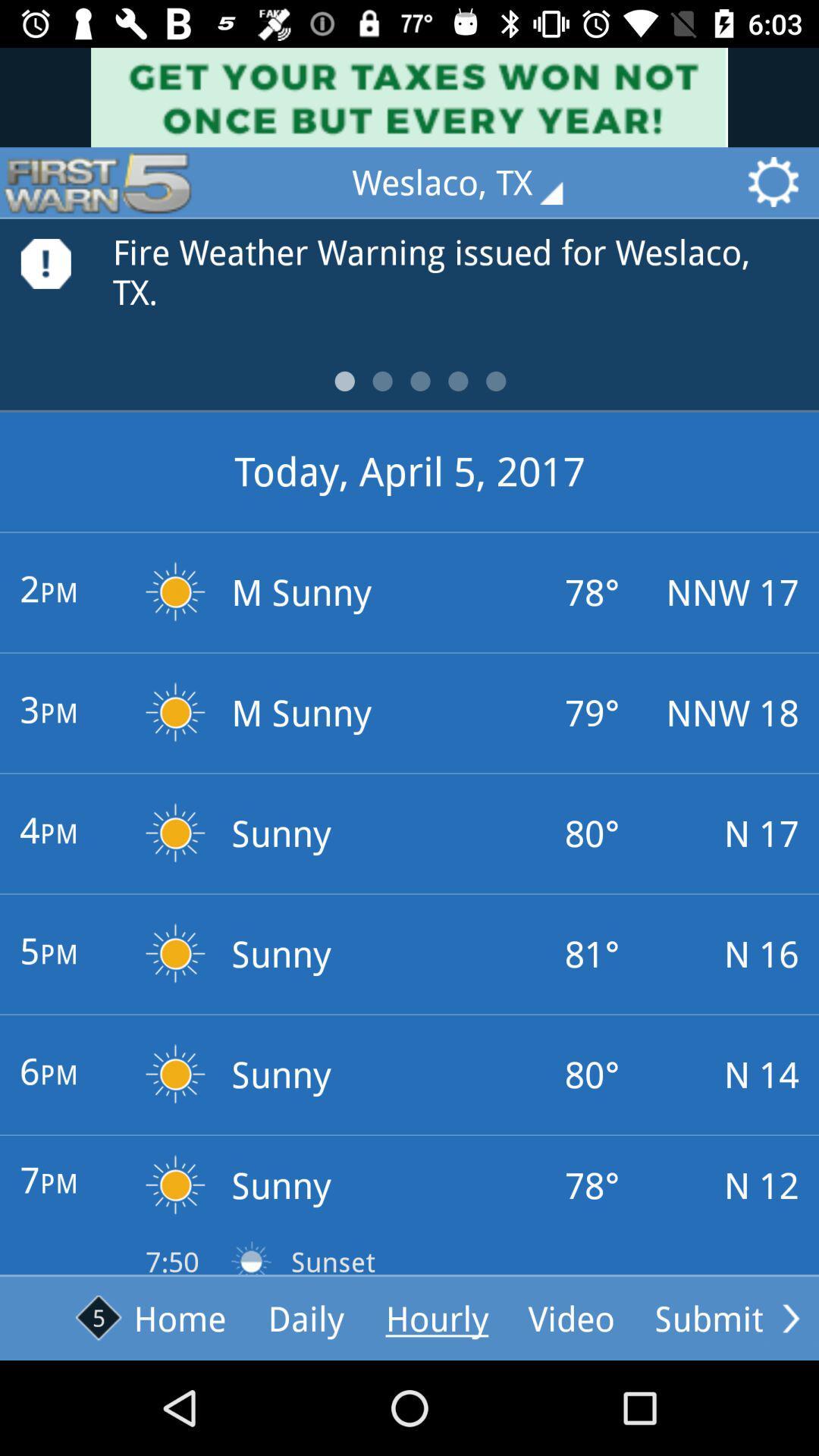 This screenshot has height=1456, width=819. Describe the element at coordinates (790, 1317) in the screenshot. I see `the arrow_forward icon` at that location.